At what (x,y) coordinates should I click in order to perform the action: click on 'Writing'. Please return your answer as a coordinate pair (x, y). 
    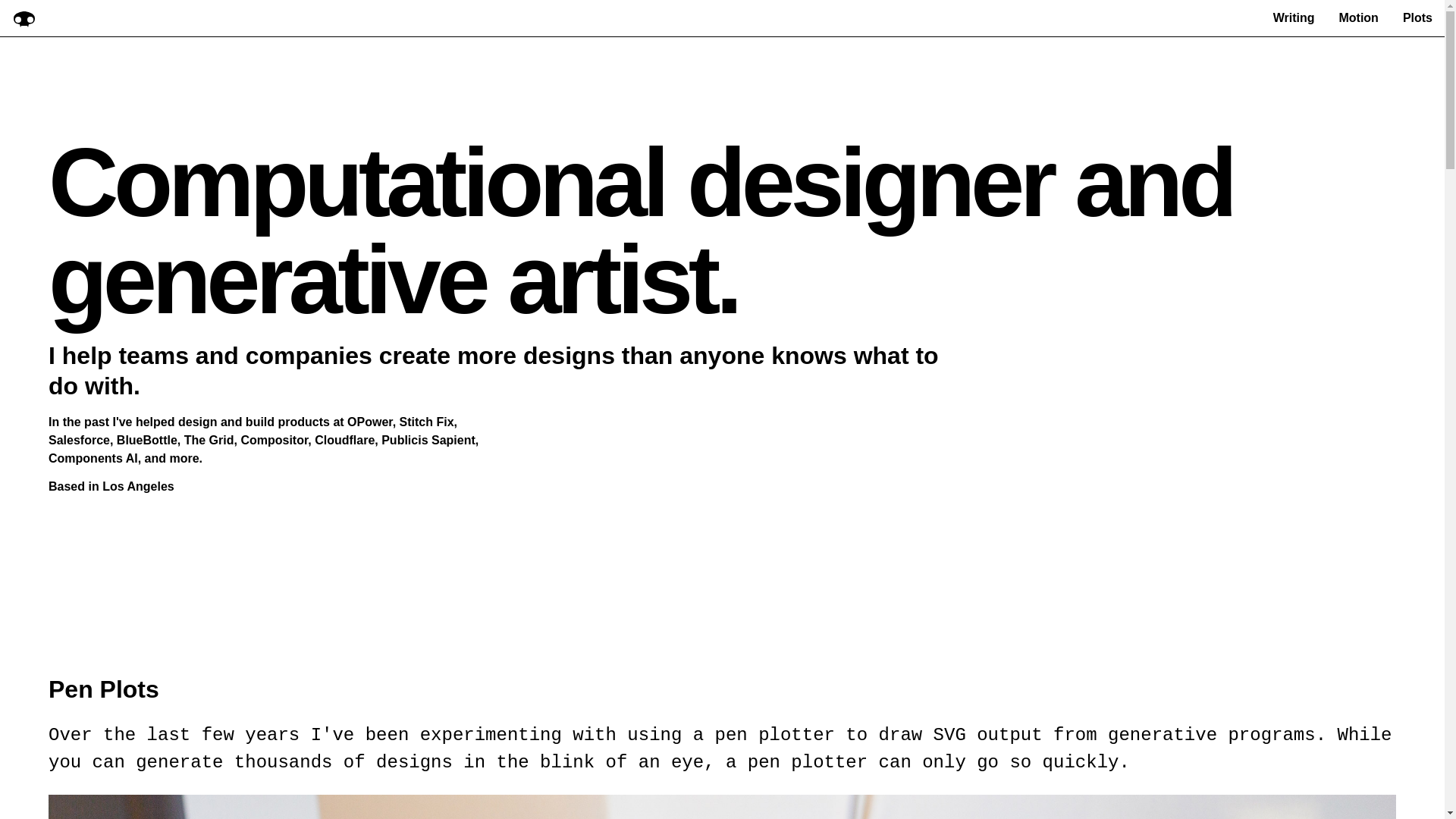
    Looking at the image, I should click on (1293, 17).